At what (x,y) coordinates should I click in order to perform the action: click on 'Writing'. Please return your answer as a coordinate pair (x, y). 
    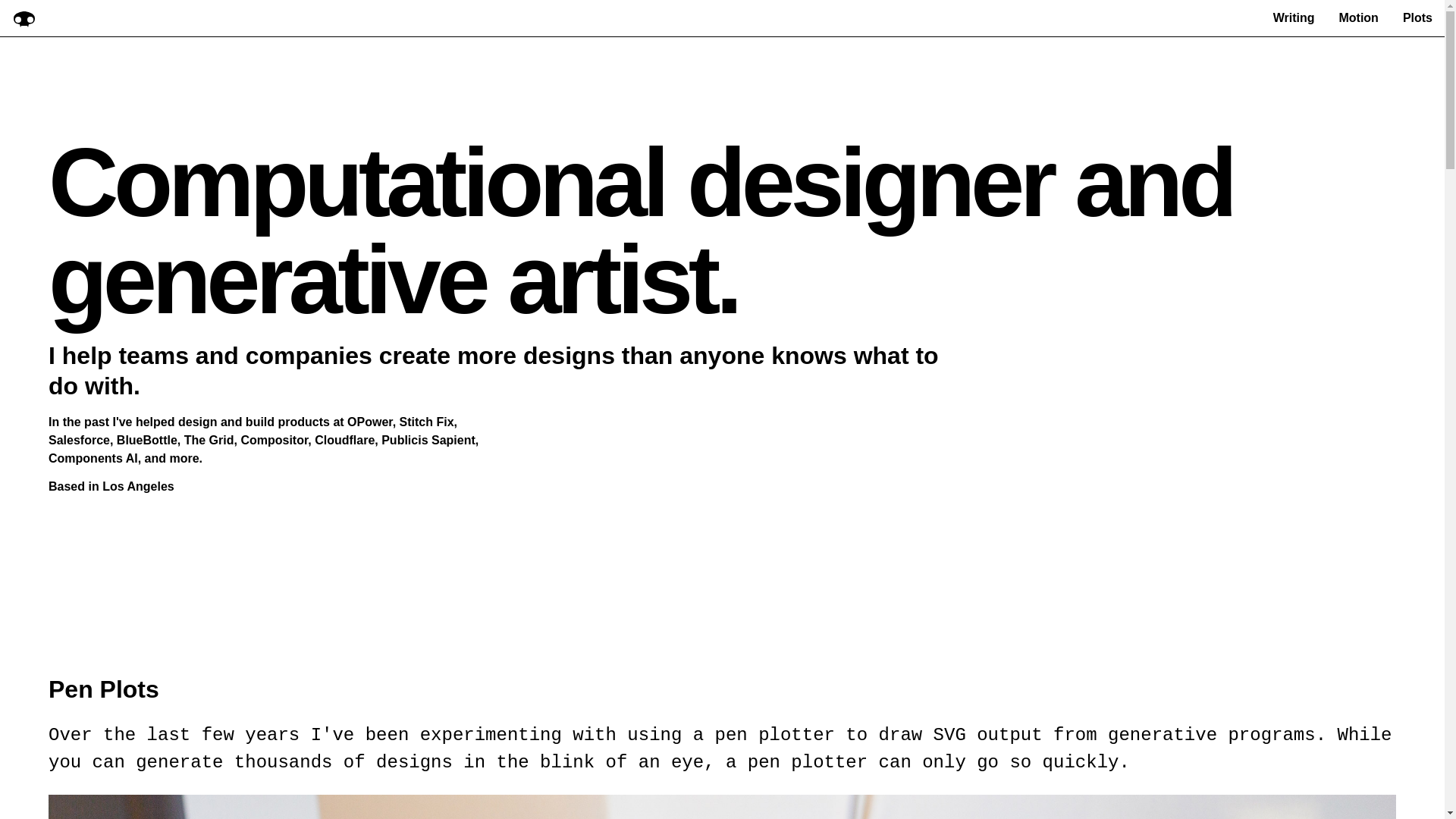
    Looking at the image, I should click on (1293, 17).